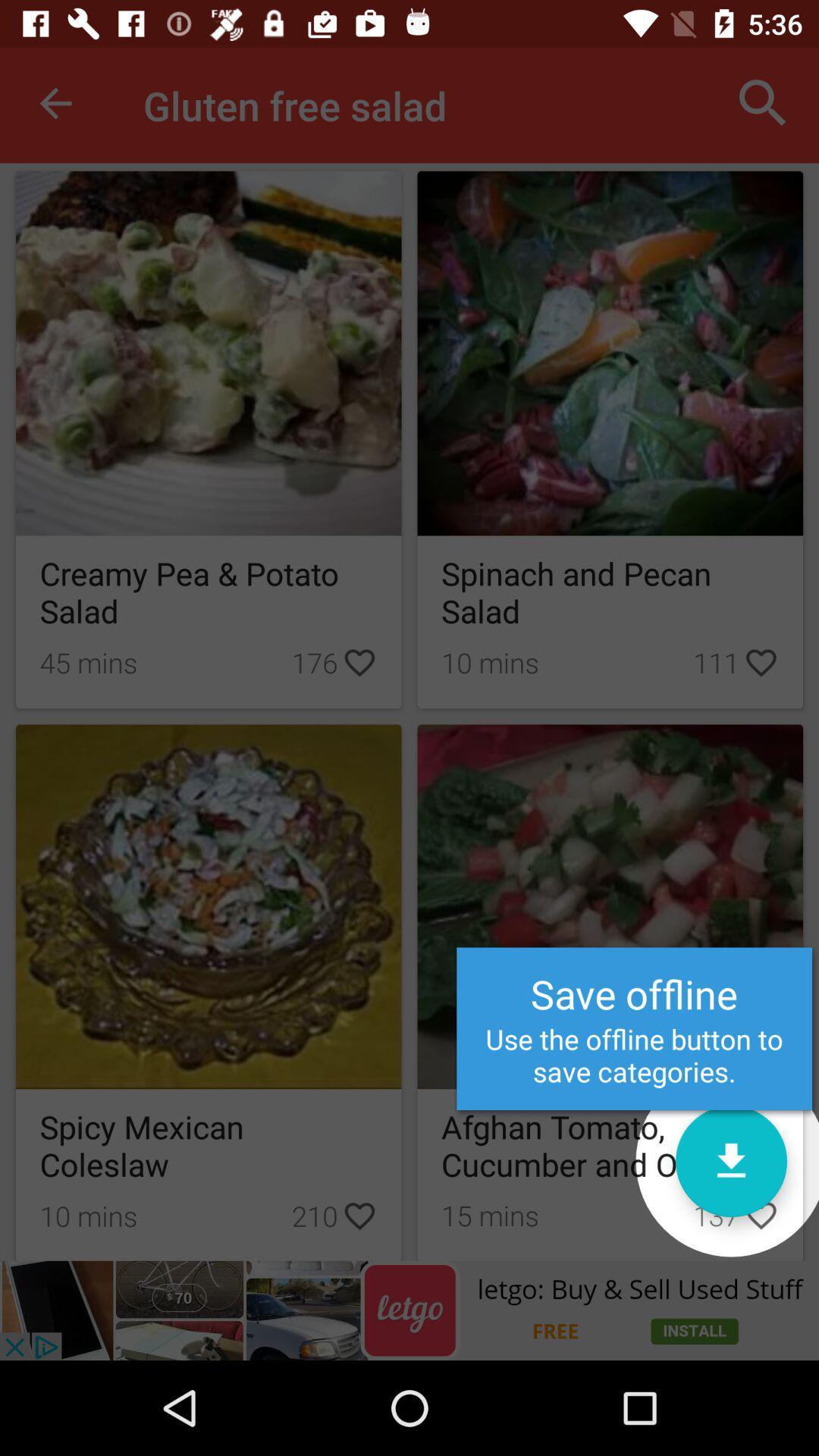  What do you see at coordinates (55, 102) in the screenshot?
I see `the red color box` at bounding box center [55, 102].